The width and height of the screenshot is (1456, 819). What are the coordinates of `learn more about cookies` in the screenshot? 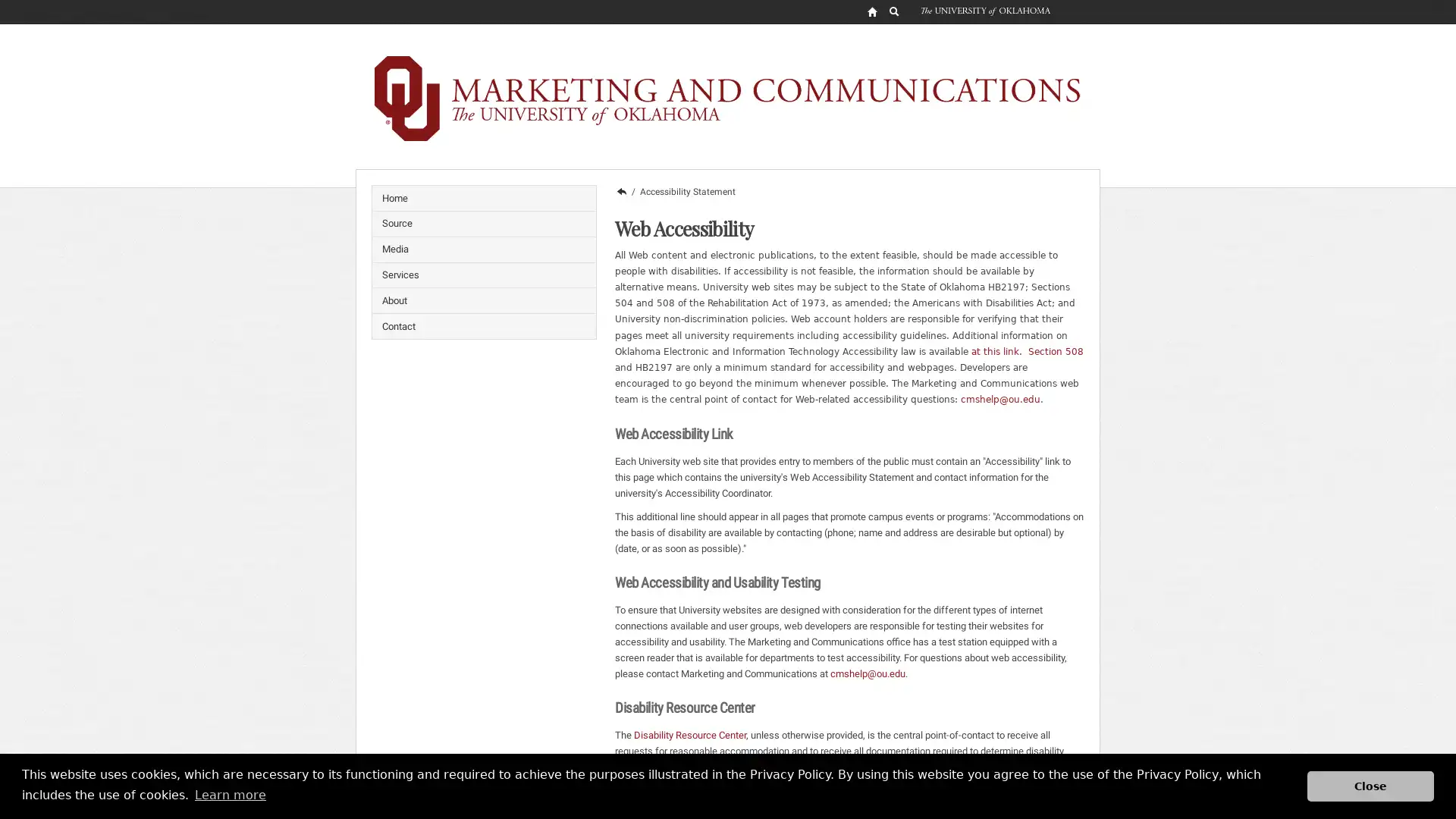 It's located at (229, 794).